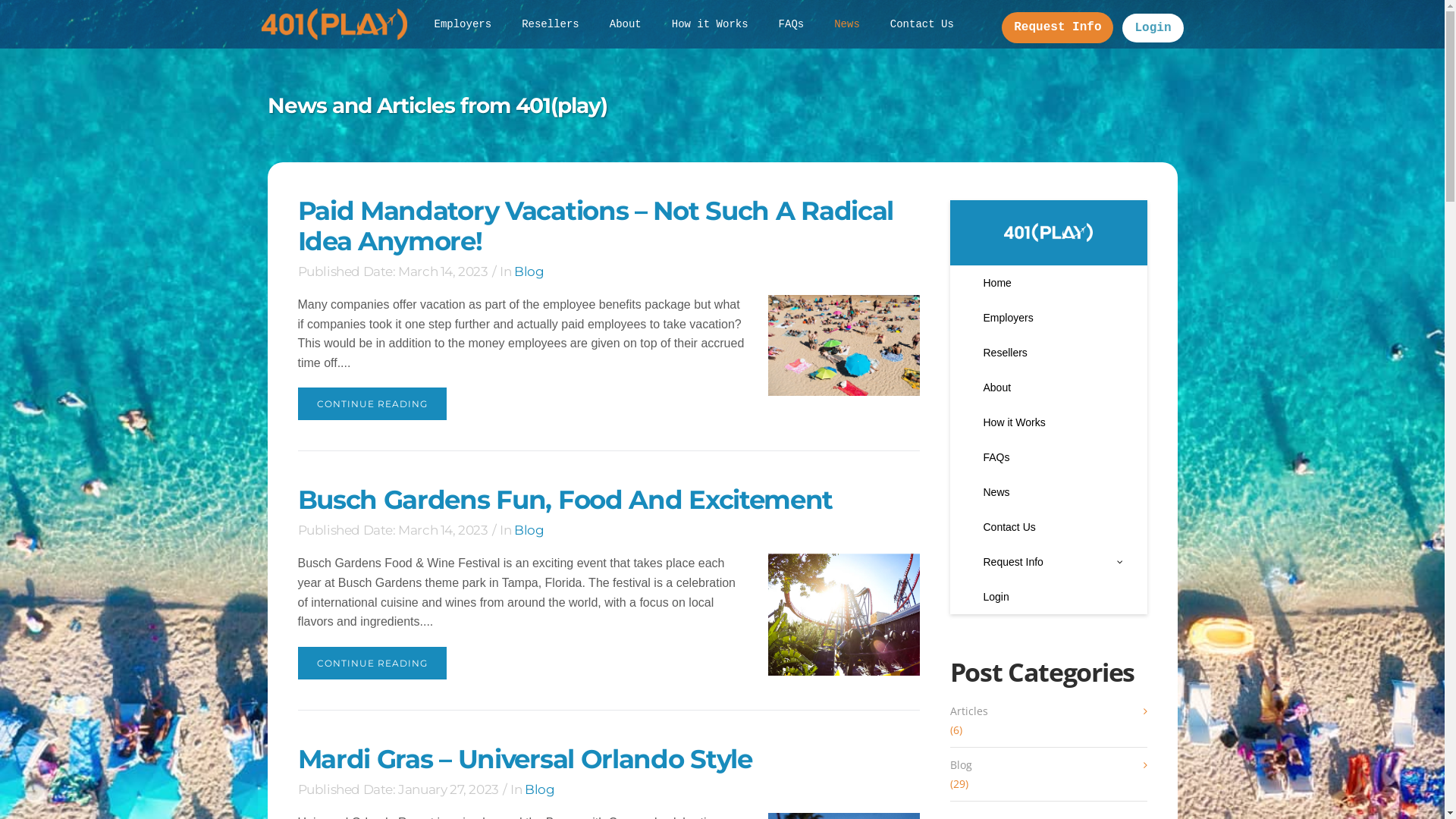 This screenshot has height=819, width=1456. I want to click on 'How it Works', so click(709, 24).